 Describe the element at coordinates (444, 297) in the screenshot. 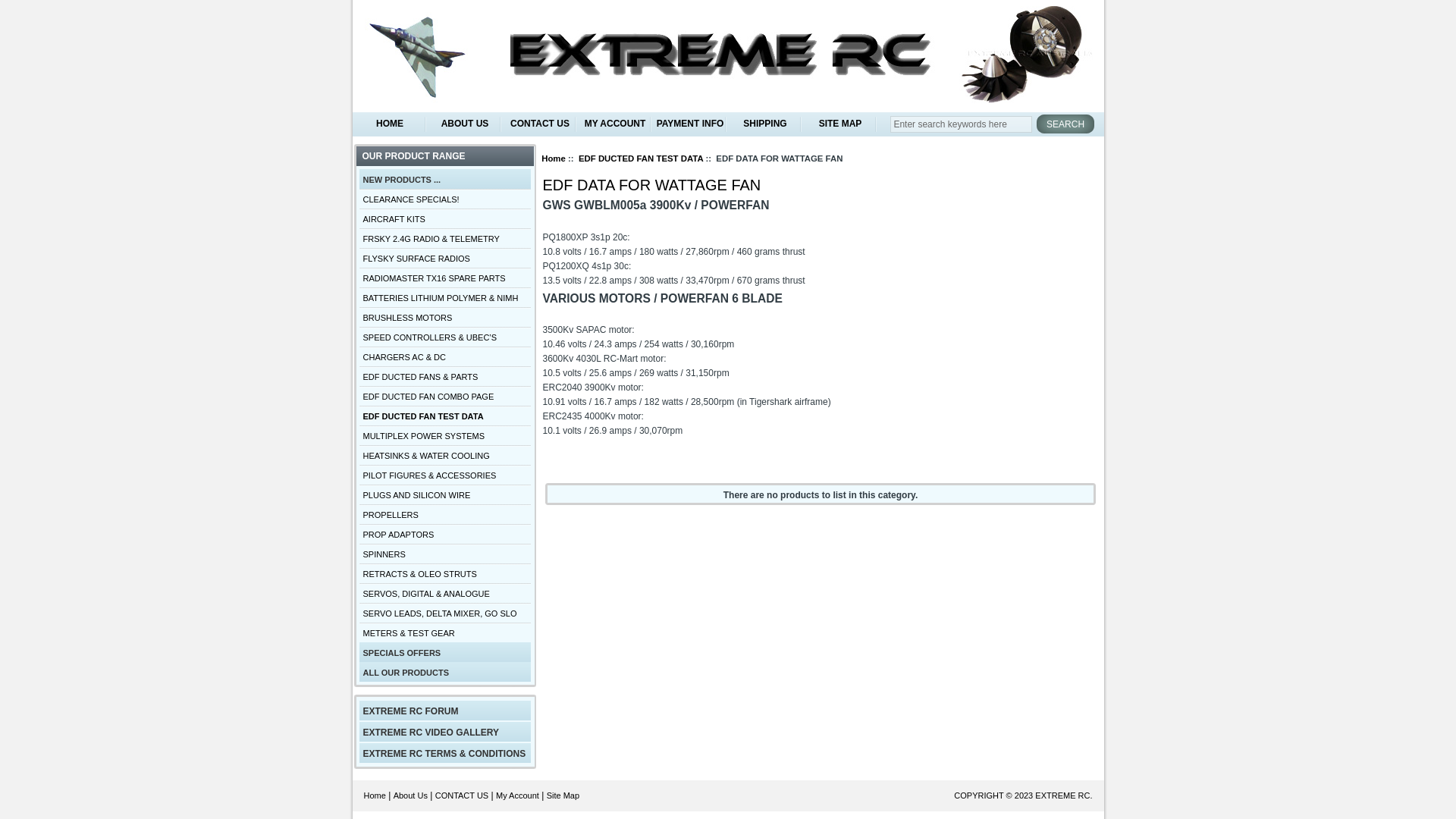

I see `'BATTERIES LITHIUM POLYMER & NIMH'` at that location.